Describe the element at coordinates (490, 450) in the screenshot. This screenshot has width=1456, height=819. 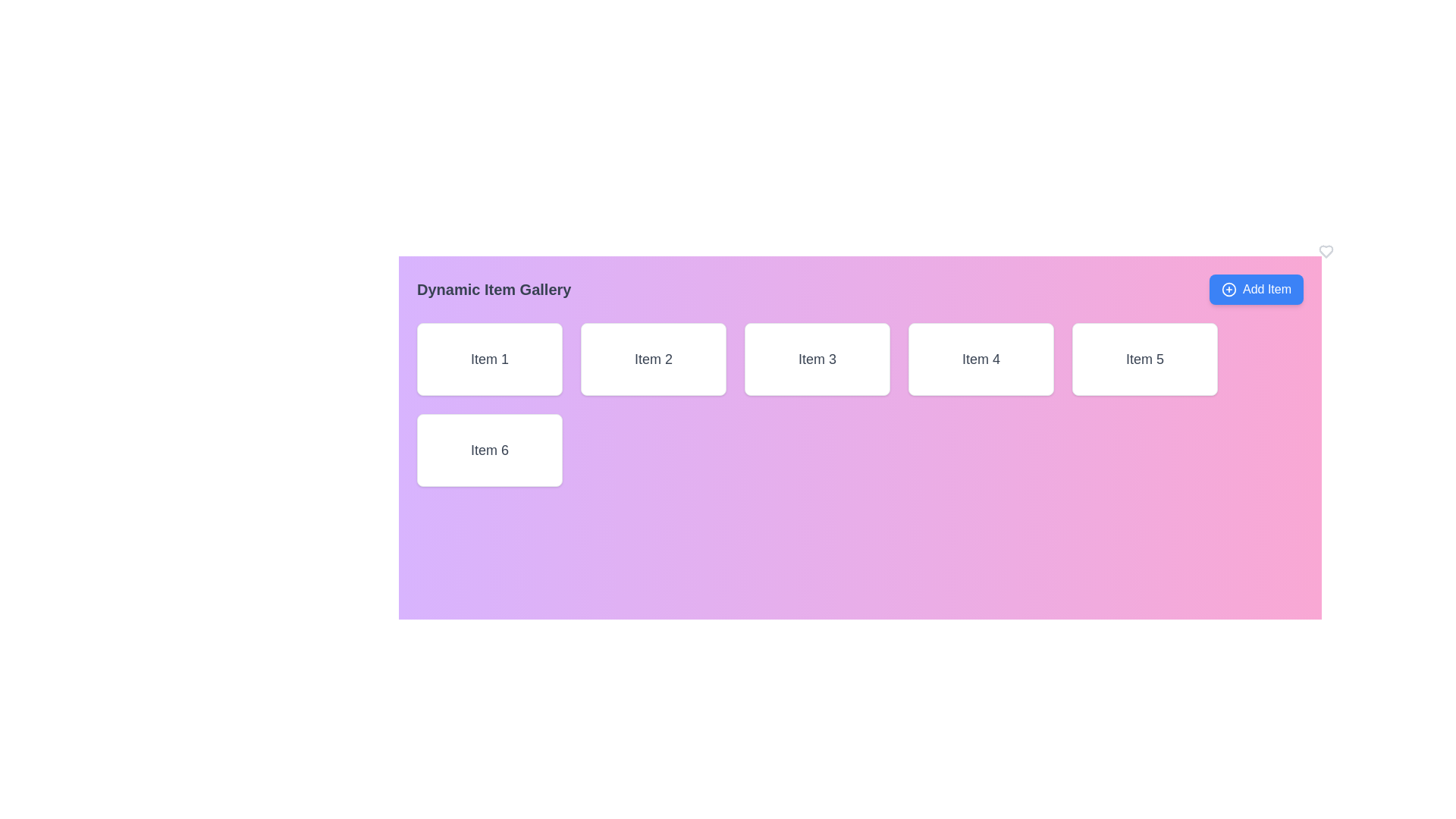
I see `text label 'Item 6' located at the center of the sixth card in a vertically arranged list of cards` at that location.